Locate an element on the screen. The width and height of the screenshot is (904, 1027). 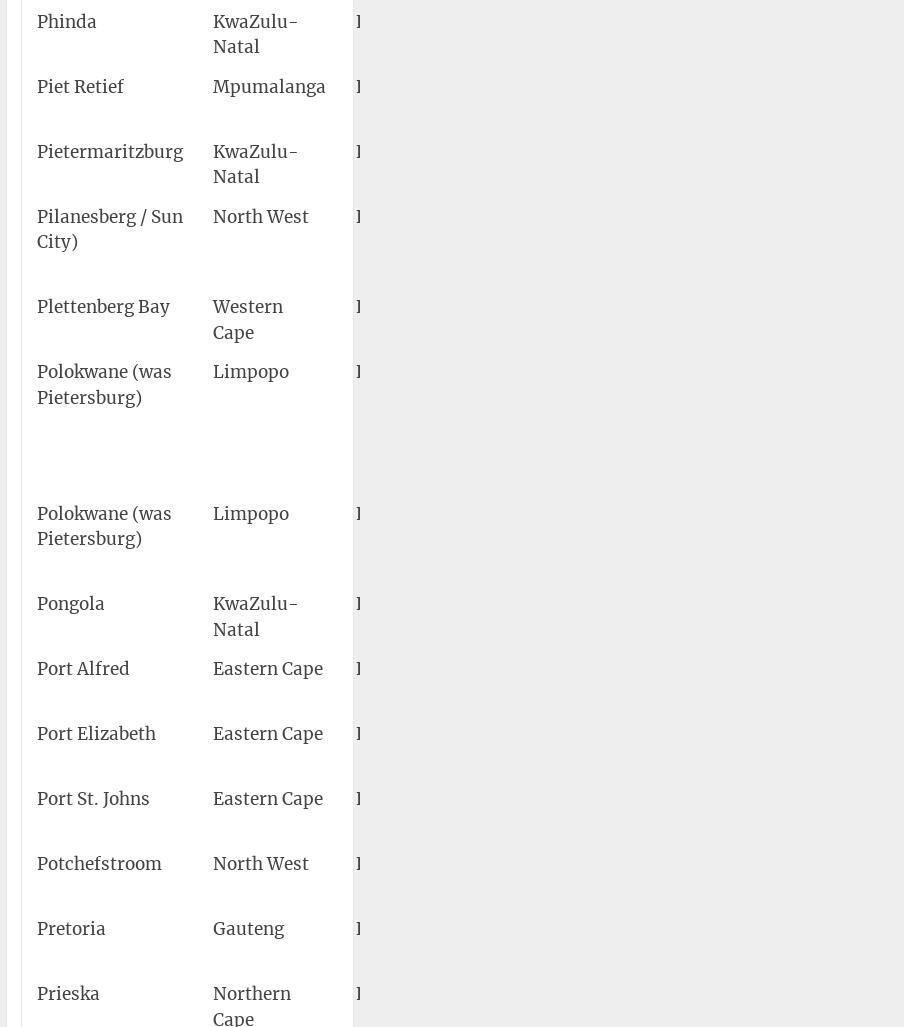
'FAPE' is located at coordinates (354, 733).